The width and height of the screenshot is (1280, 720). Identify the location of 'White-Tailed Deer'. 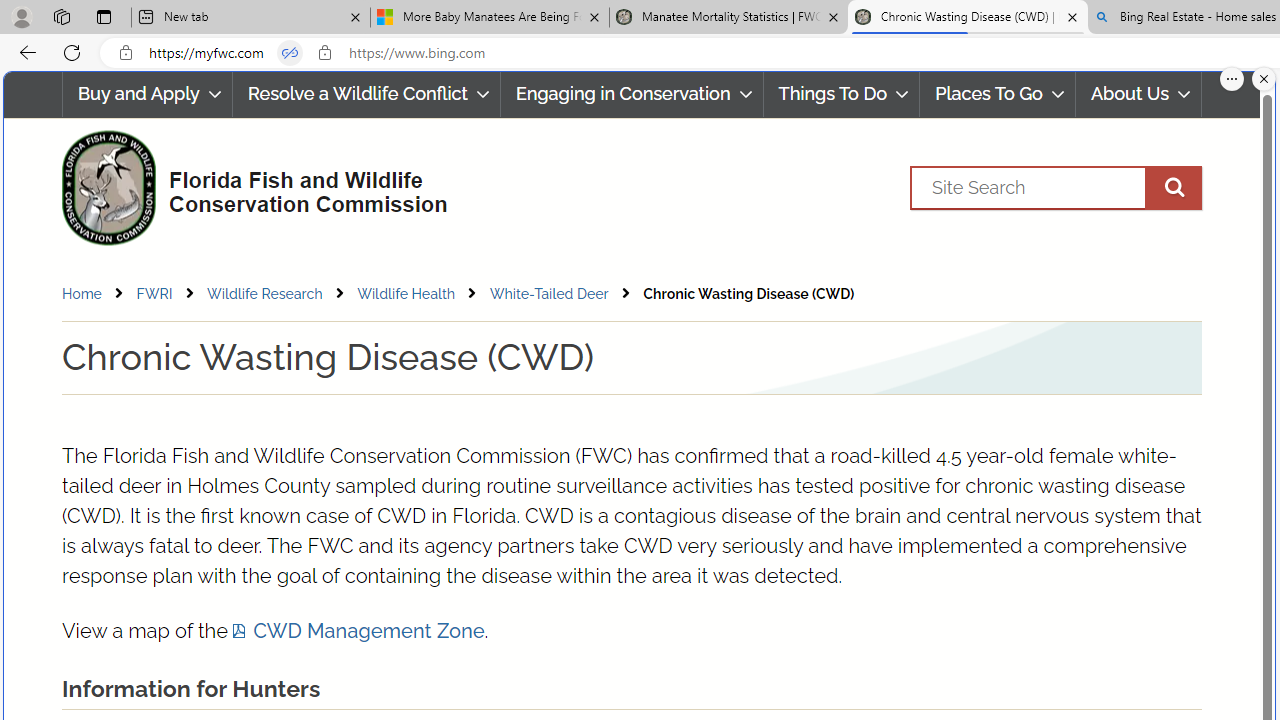
(549, 293).